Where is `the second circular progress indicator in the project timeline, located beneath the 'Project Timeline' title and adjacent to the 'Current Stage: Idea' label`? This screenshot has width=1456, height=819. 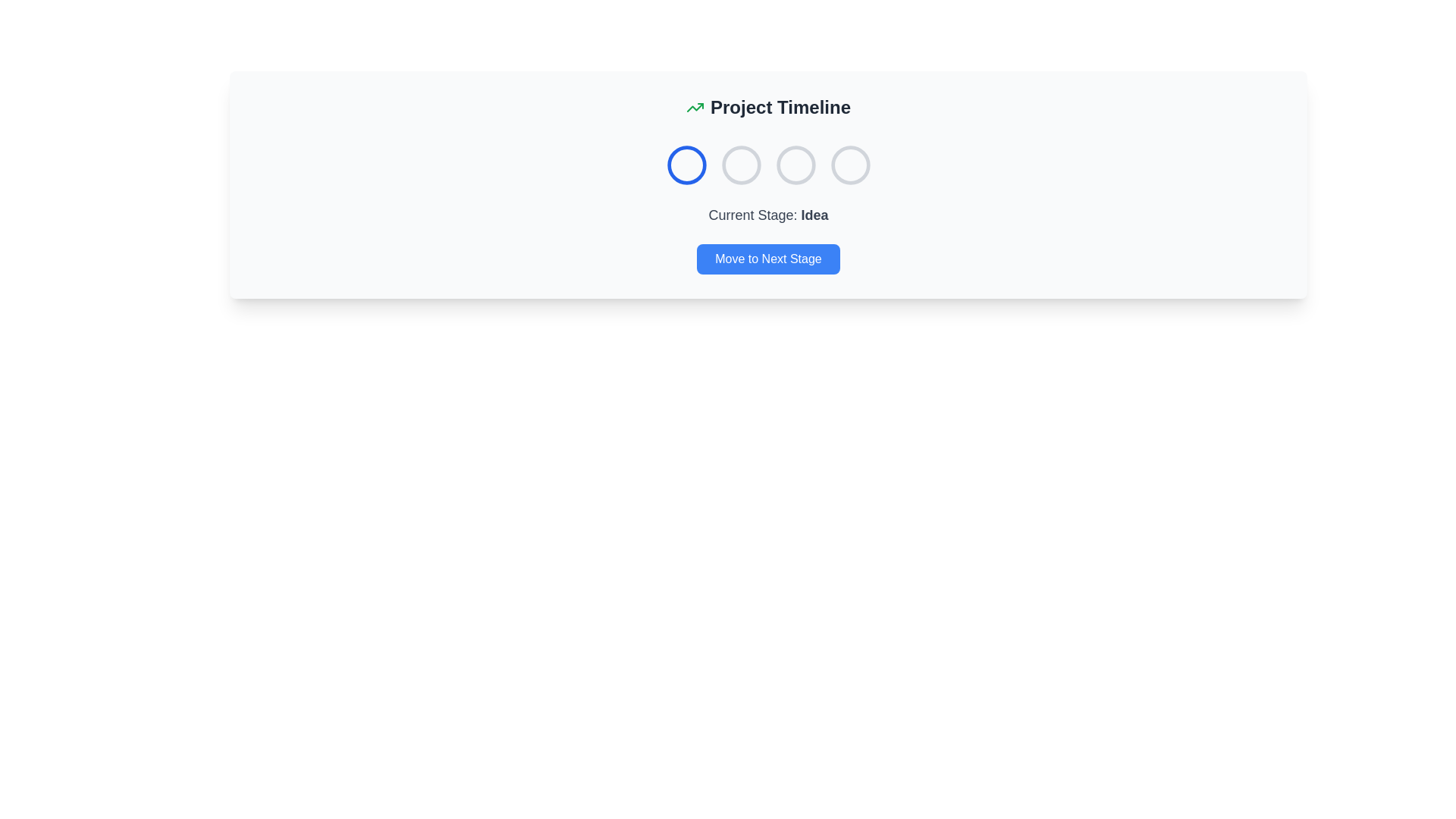
the second circular progress indicator in the project timeline, located beneath the 'Project Timeline' title and adjacent to the 'Current Stage: Idea' label is located at coordinates (741, 165).